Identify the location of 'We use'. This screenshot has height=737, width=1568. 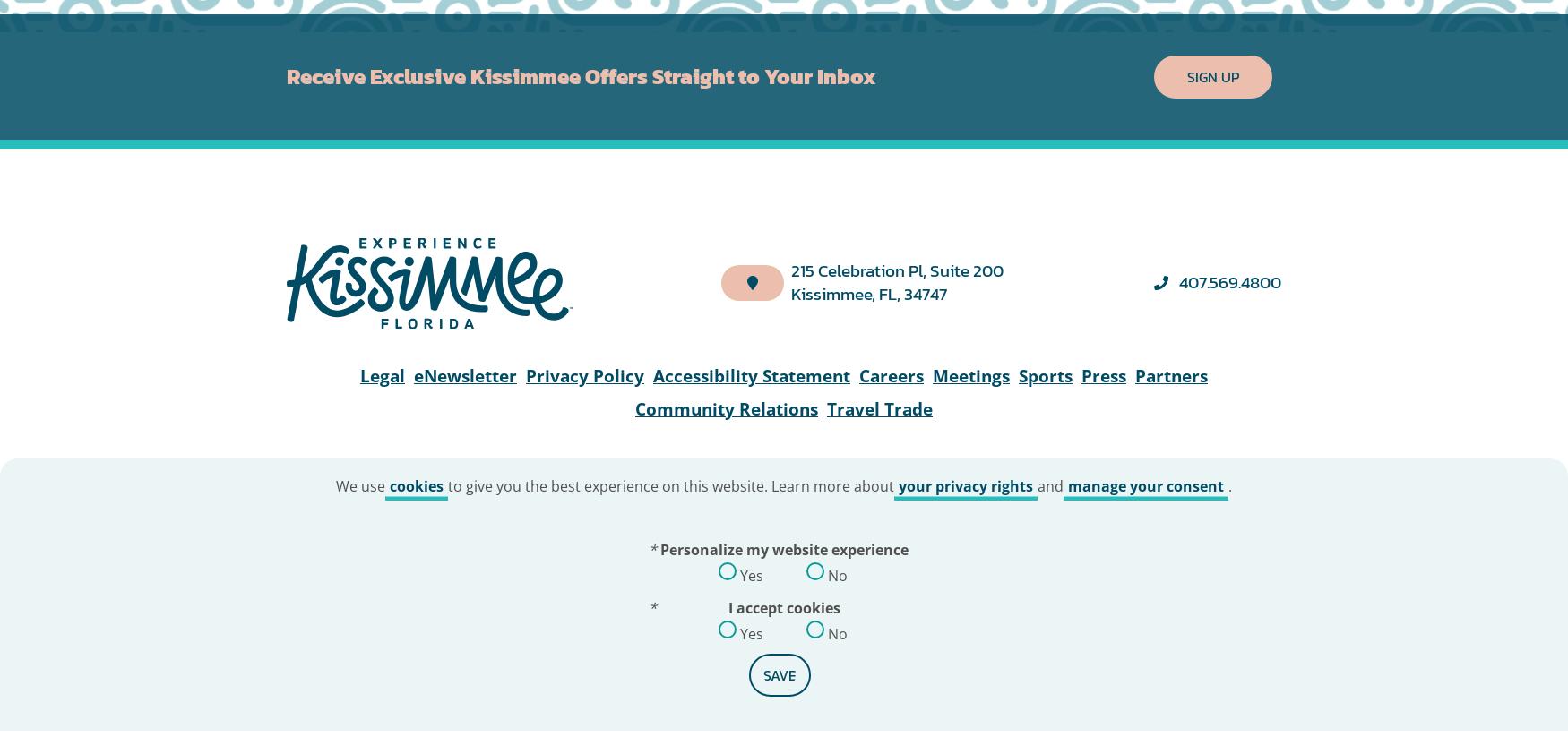
(359, 70).